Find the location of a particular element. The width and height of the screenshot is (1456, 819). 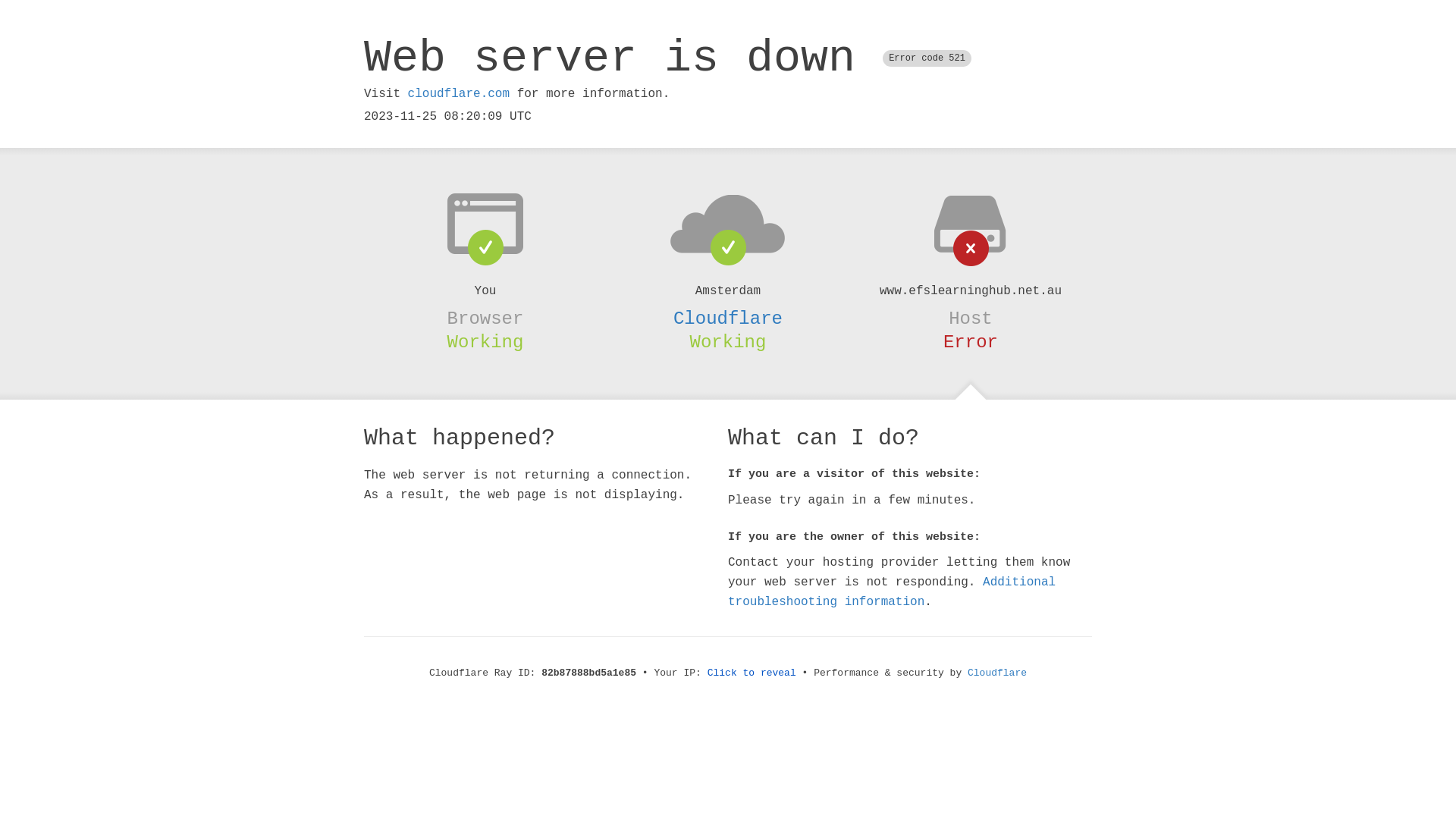

'Additional troubleshooting information' is located at coordinates (892, 591).